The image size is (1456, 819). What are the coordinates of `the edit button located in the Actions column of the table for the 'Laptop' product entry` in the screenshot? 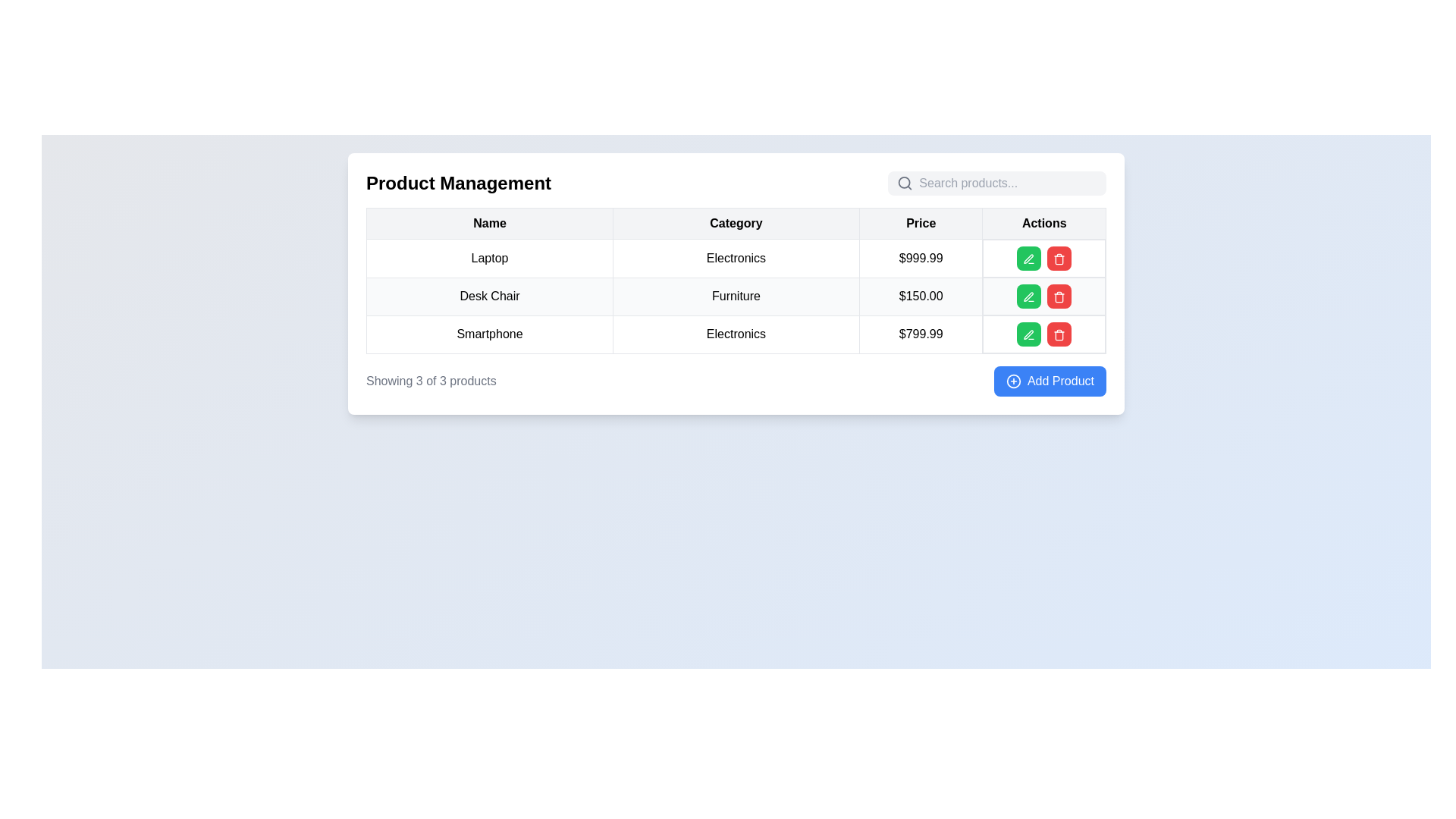 It's located at (1029, 257).